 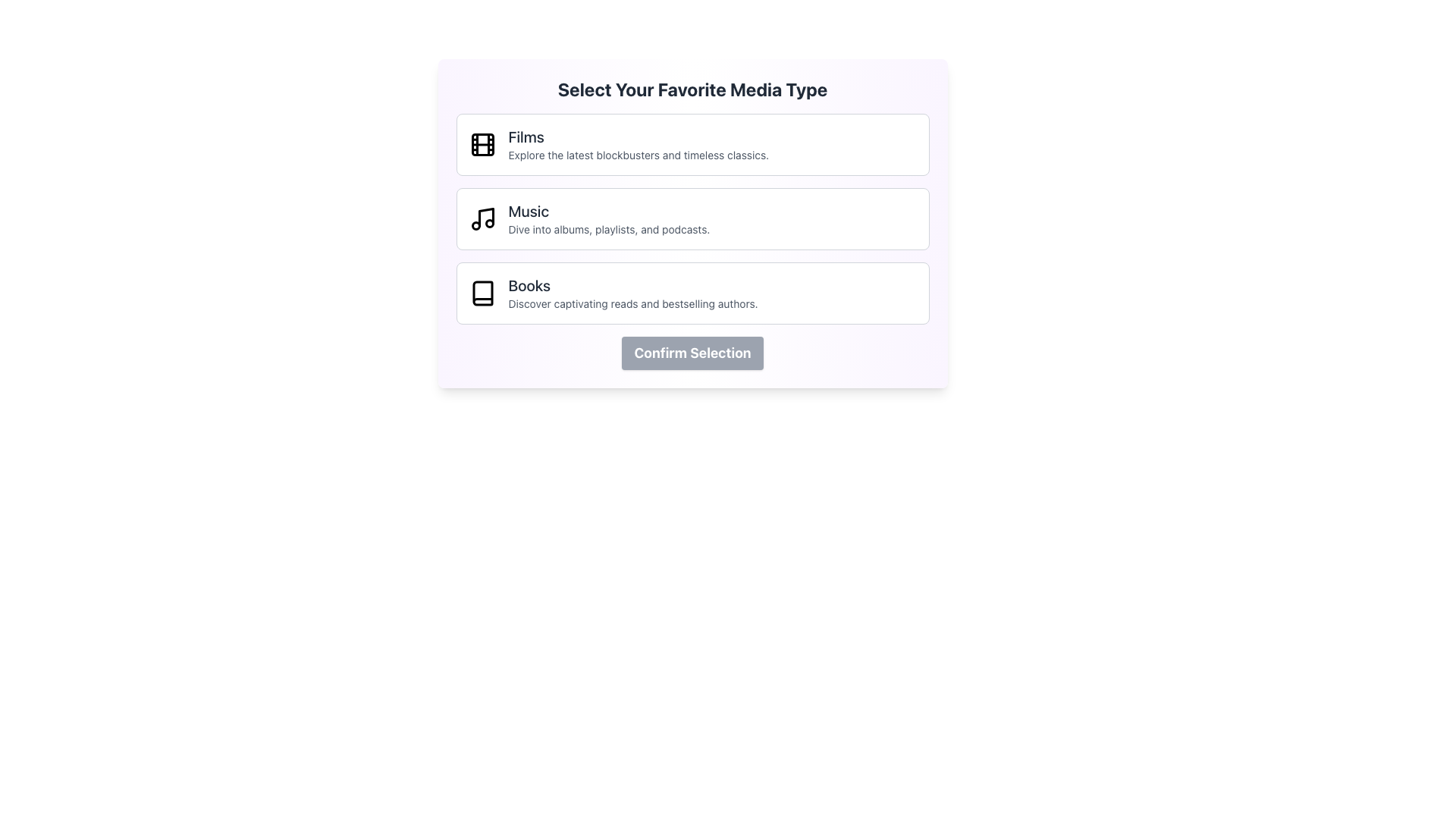 I want to click on the 'Music' media type label, which is the second option in the list of selectable media types under 'Select Your Favorite Media Type', so click(x=609, y=219).